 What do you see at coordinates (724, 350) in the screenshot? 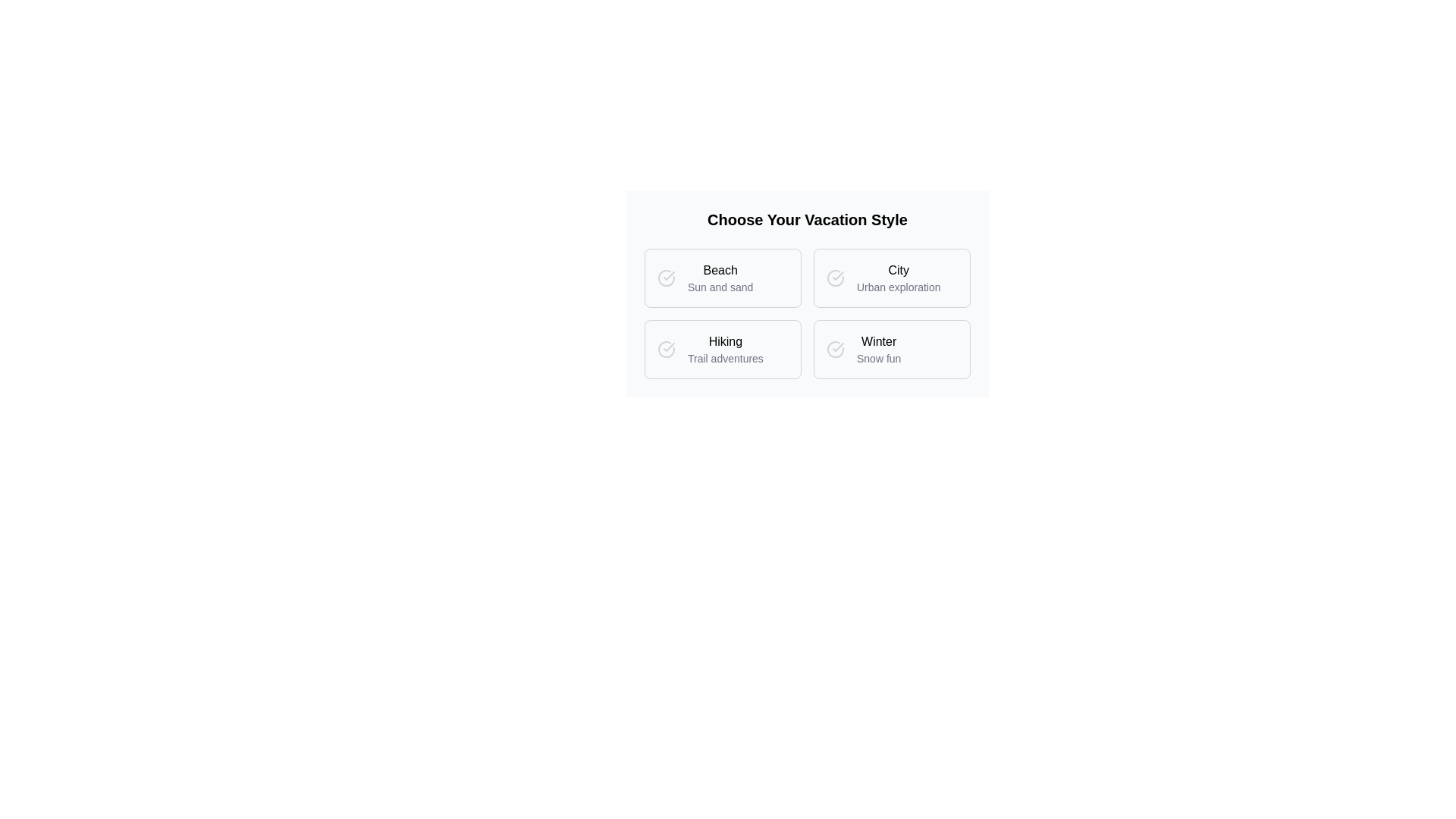
I see `the text label for hiking trails, located in the second row and first column of the vacation styles grid` at bounding box center [724, 350].